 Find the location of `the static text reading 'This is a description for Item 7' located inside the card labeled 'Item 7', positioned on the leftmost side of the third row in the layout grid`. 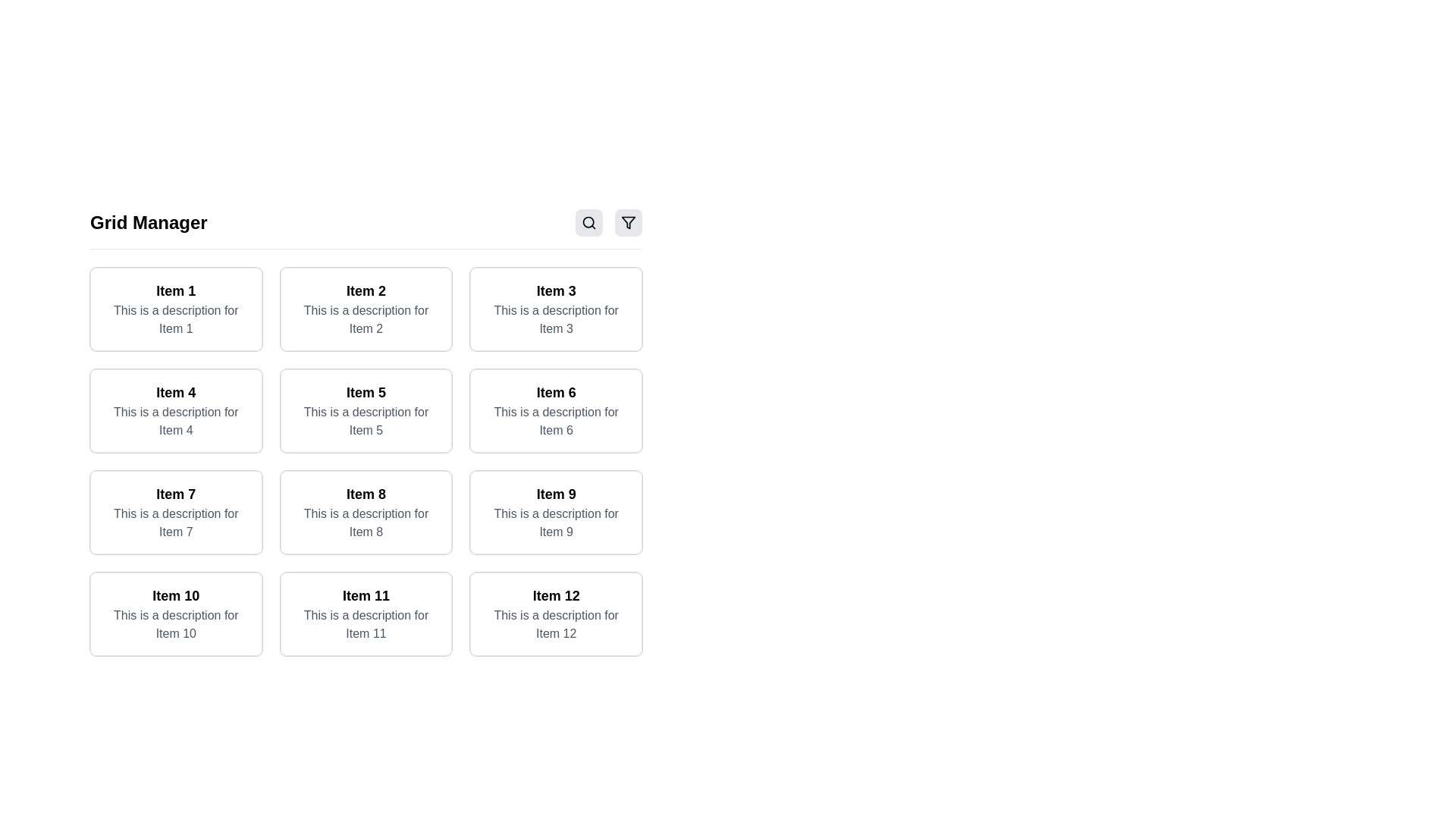

the static text reading 'This is a description for Item 7' located inside the card labeled 'Item 7', positioned on the leftmost side of the third row in the layout grid is located at coordinates (176, 522).